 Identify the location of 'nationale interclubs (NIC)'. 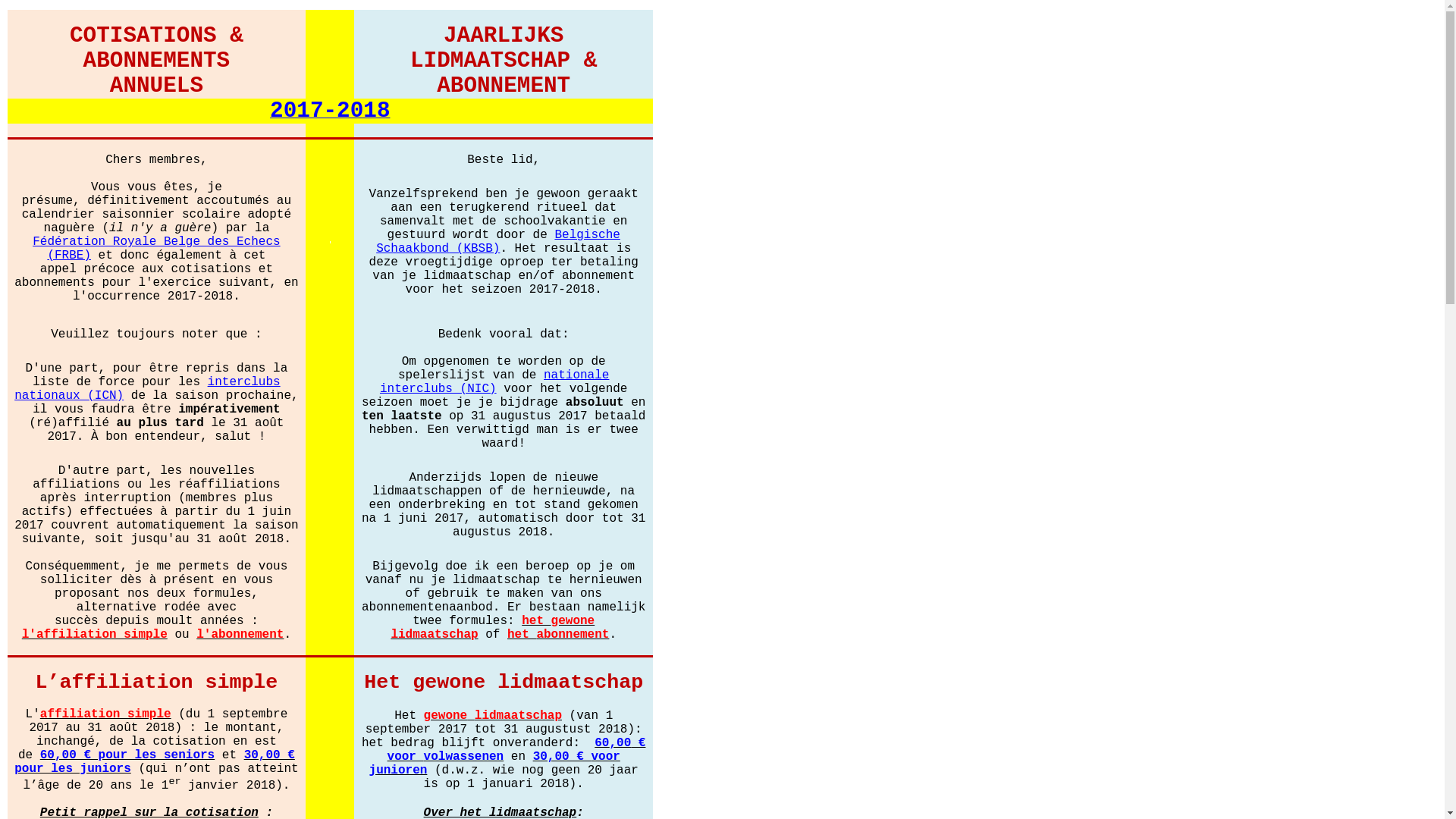
(494, 380).